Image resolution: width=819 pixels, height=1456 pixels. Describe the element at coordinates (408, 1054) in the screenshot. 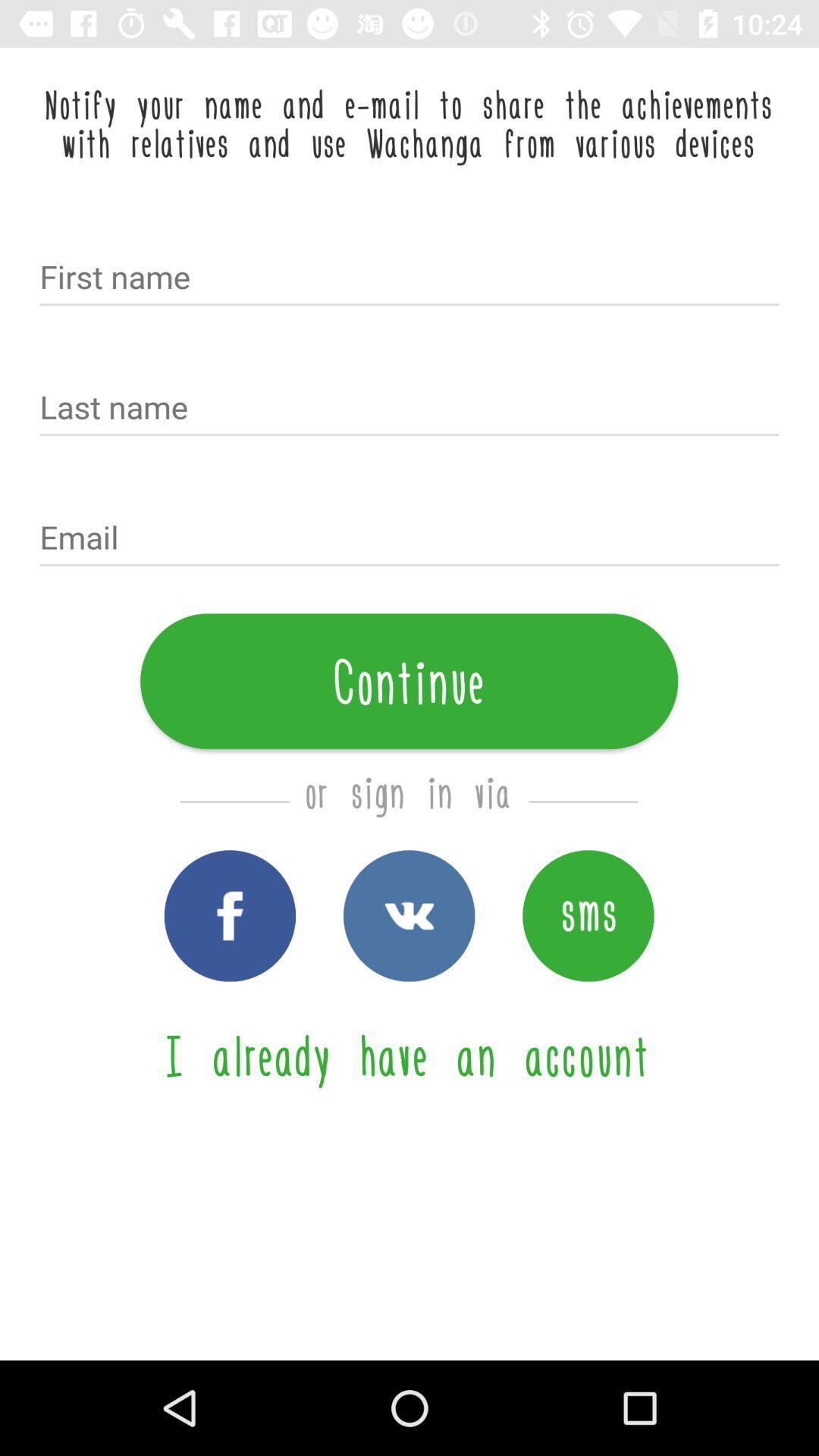

I see `the i already have` at that location.